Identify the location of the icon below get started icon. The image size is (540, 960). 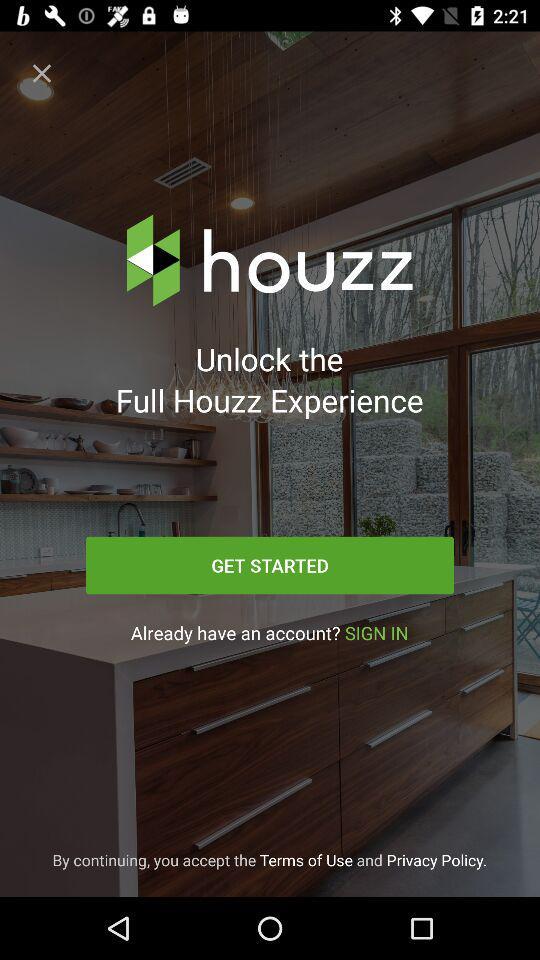
(269, 632).